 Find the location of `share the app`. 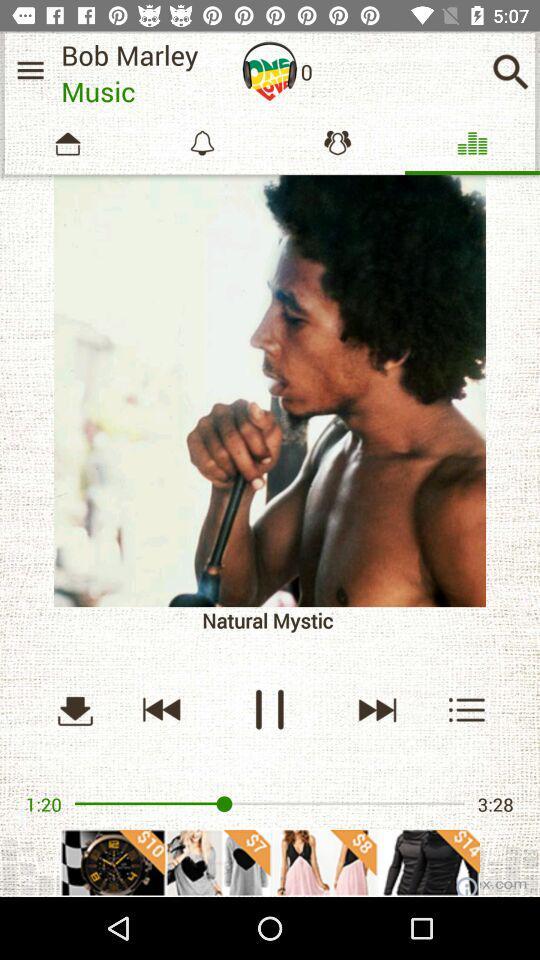

share the app is located at coordinates (270, 861).